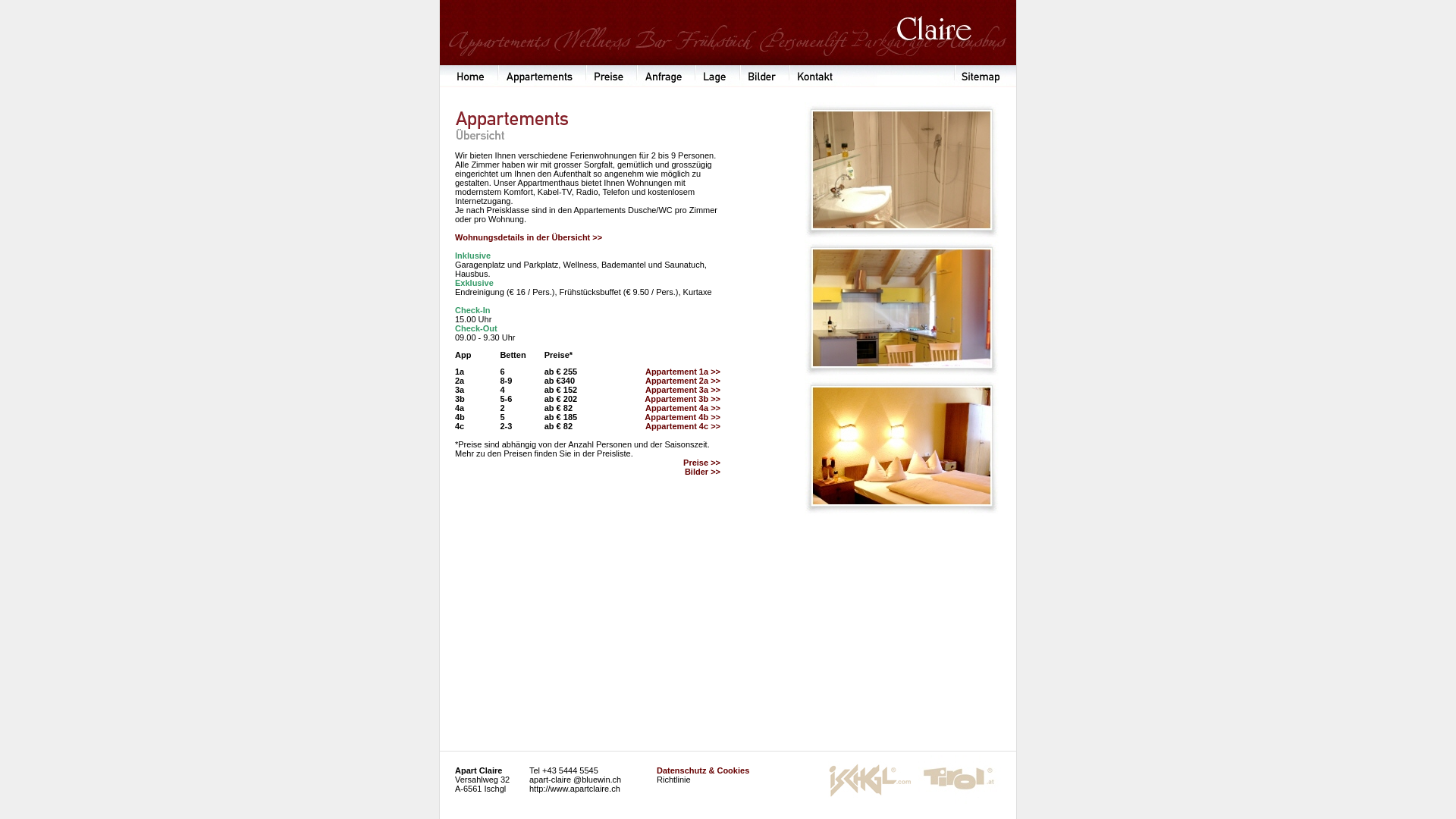 This screenshot has width=1456, height=819. What do you see at coordinates (682, 371) in the screenshot?
I see `'Appartement 1a >>'` at bounding box center [682, 371].